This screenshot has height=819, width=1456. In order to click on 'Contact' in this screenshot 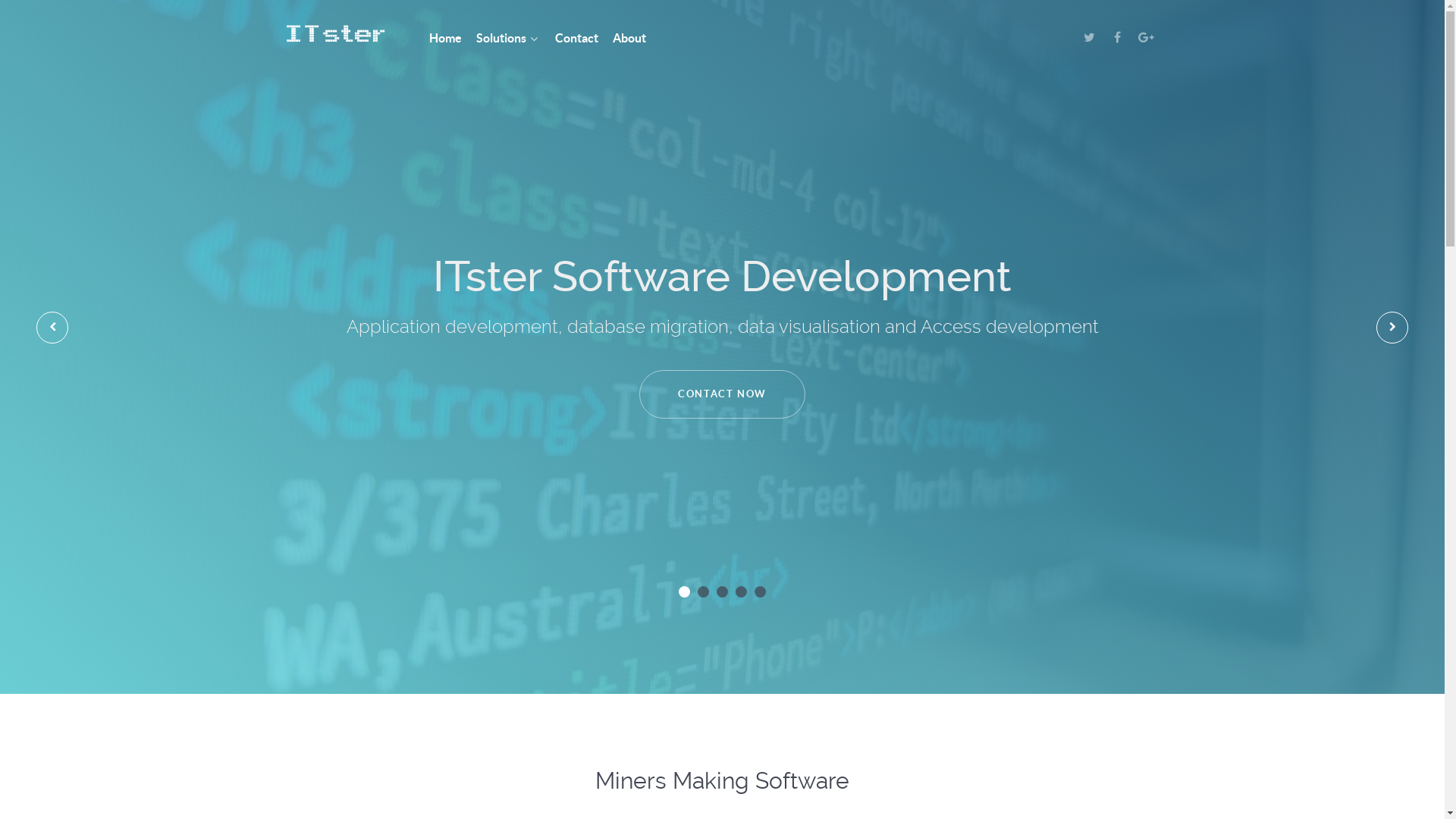, I will do `click(576, 38)`.